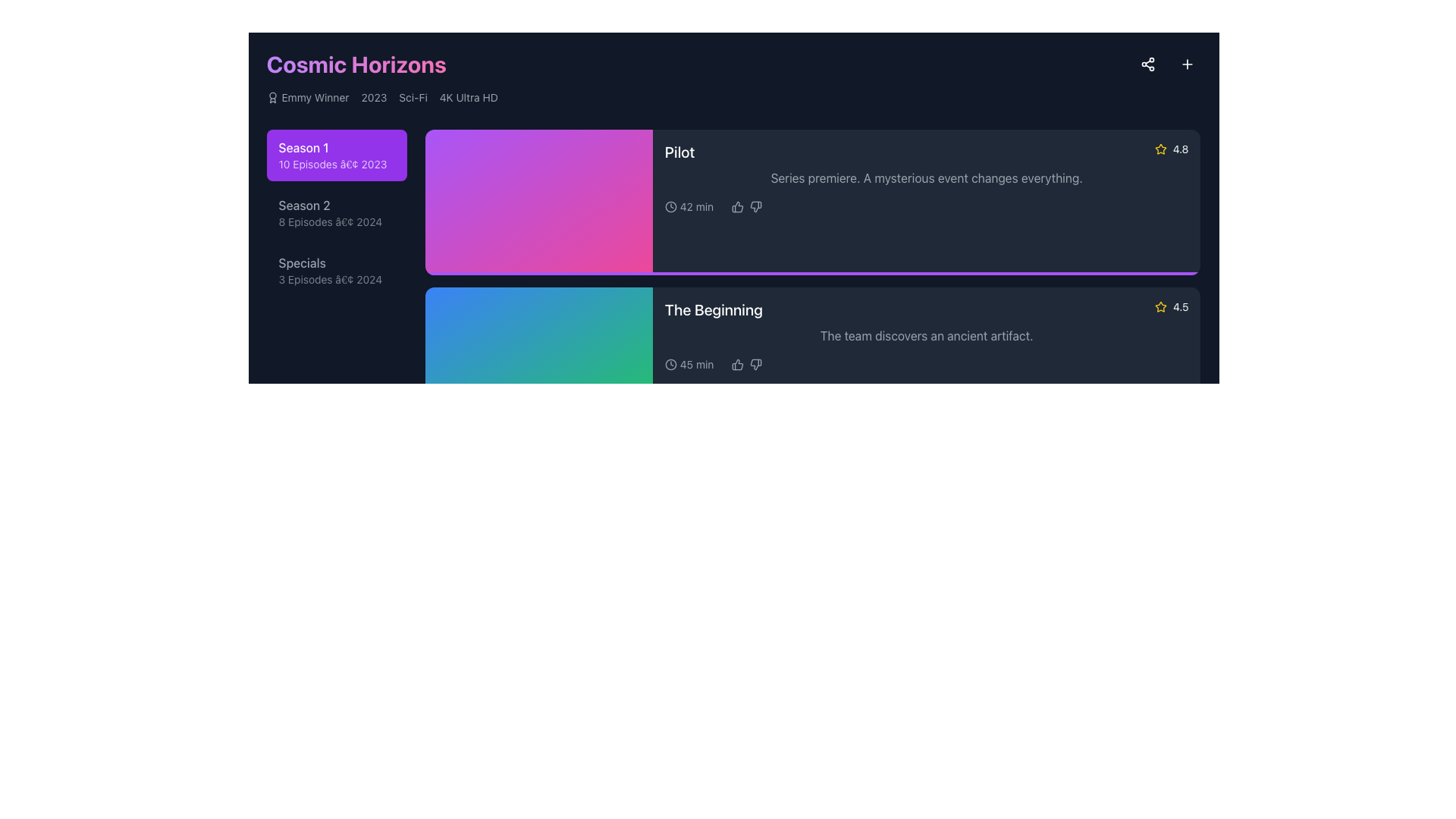  I want to click on the thumbs-up icon to express positive feedback for the episode 'The Beginning.', so click(738, 365).